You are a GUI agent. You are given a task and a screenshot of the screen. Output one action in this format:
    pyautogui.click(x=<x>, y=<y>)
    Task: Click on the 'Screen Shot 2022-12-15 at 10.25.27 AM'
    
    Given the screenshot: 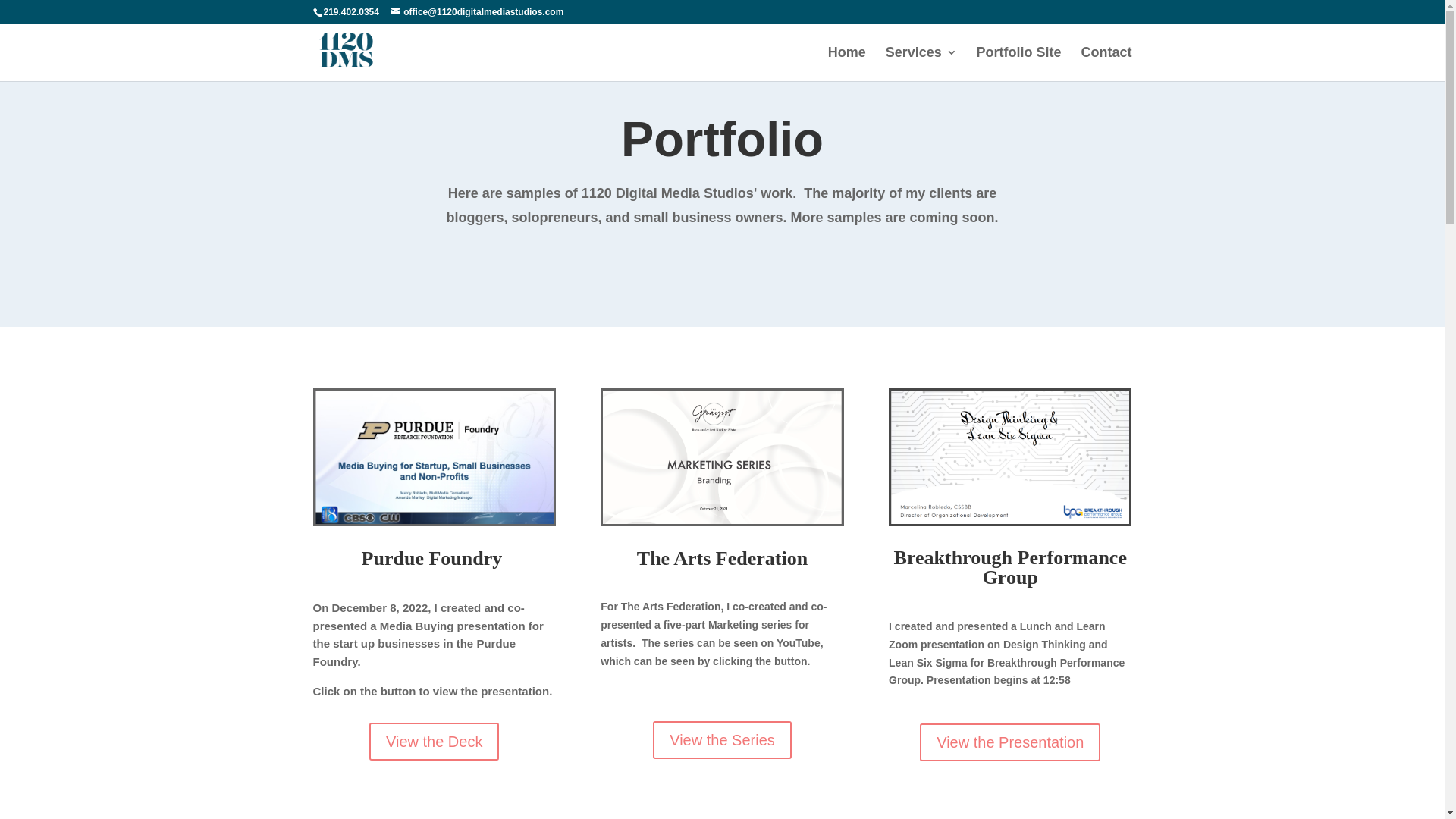 What is the action you would take?
    pyautogui.click(x=1009, y=456)
    